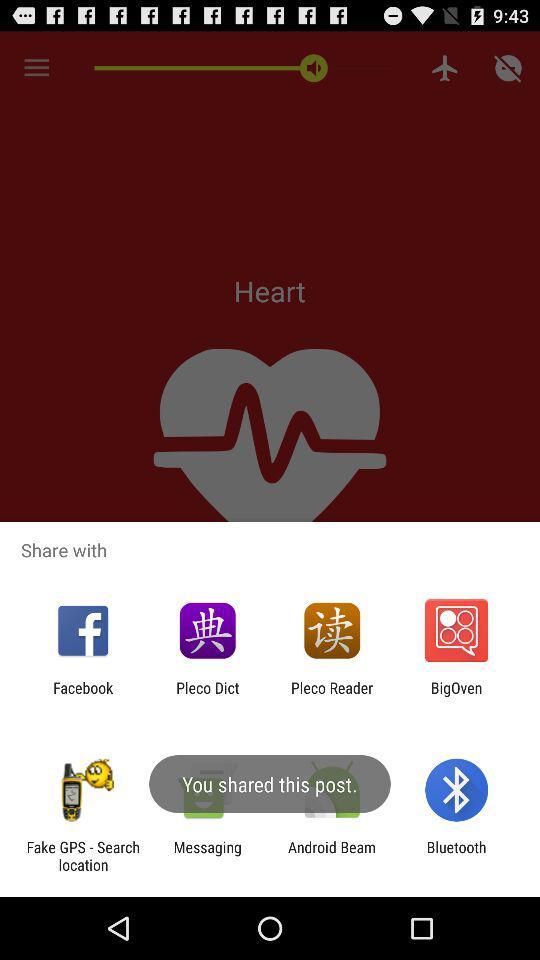 The width and height of the screenshot is (540, 960). What do you see at coordinates (206, 696) in the screenshot?
I see `the item next to pleco reader` at bounding box center [206, 696].